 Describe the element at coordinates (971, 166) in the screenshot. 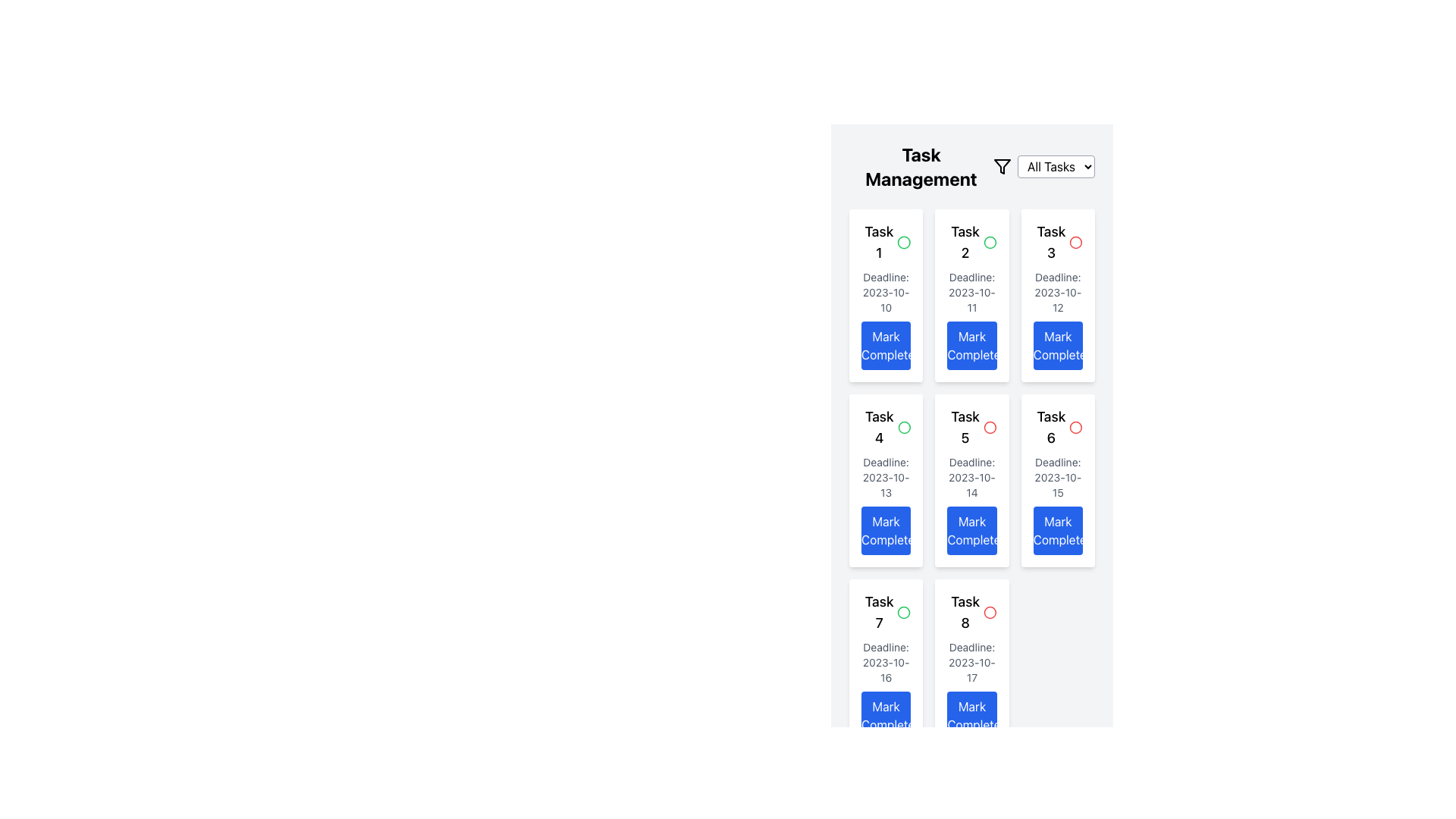

I see `the 'All Tasks' dropdown menu in the Task Management section` at that location.